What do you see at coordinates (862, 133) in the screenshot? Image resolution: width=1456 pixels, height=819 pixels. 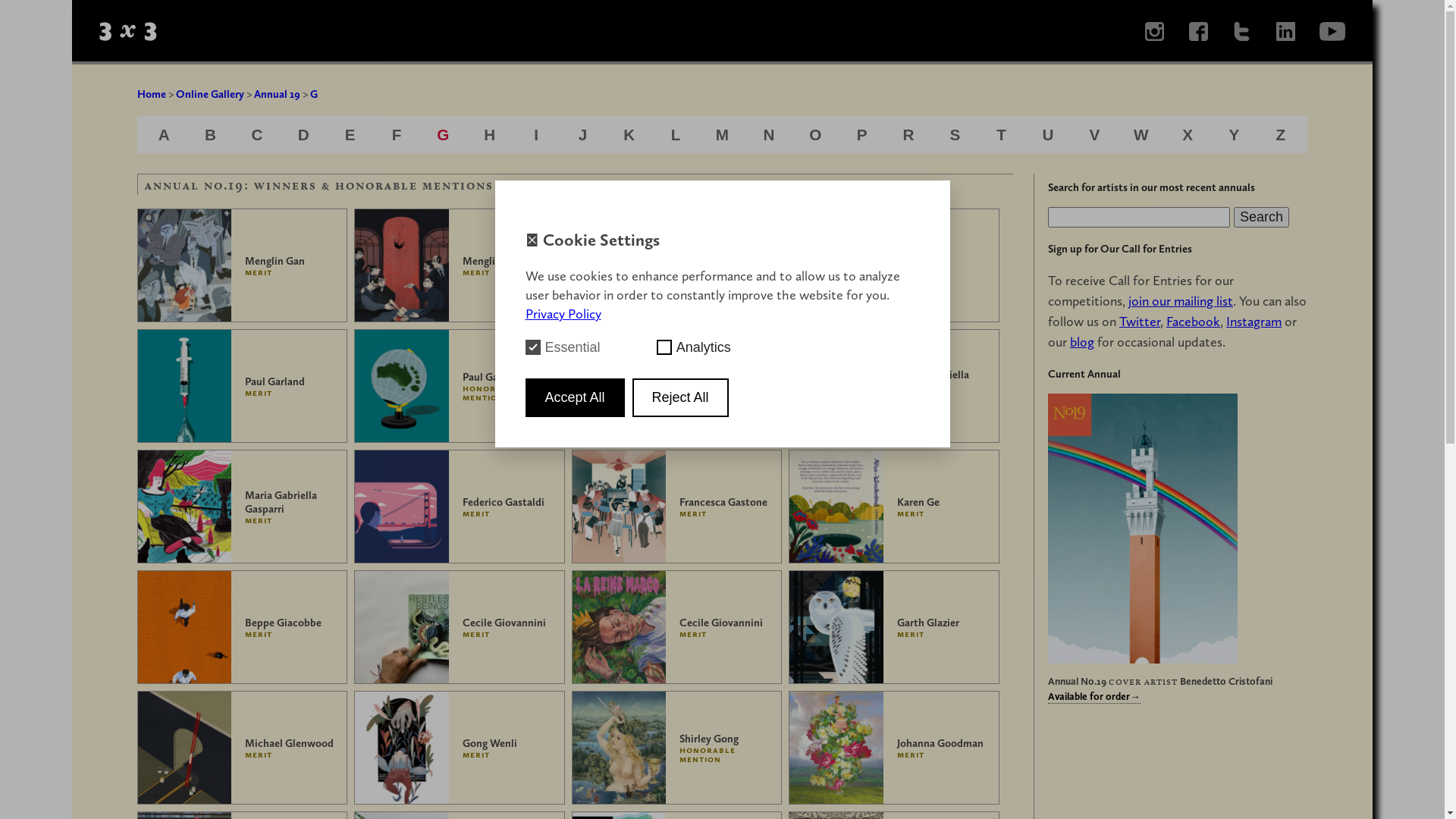 I see `'P'` at bounding box center [862, 133].